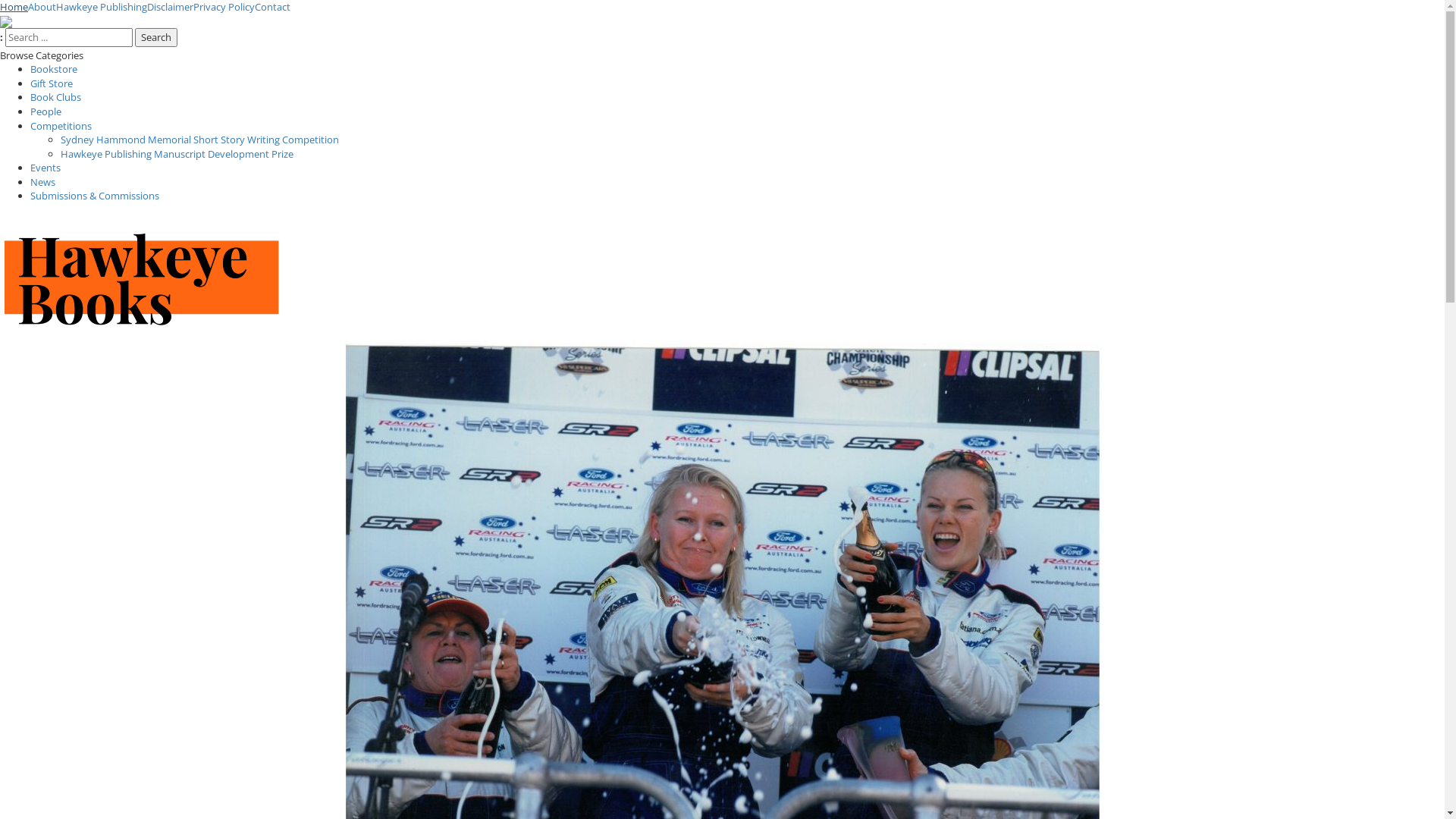 This screenshot has height=819, width=1456. Describe the element at coordinates (101, 6) in the screenshot. I see `'Hawkeye Publishing'` at that location.